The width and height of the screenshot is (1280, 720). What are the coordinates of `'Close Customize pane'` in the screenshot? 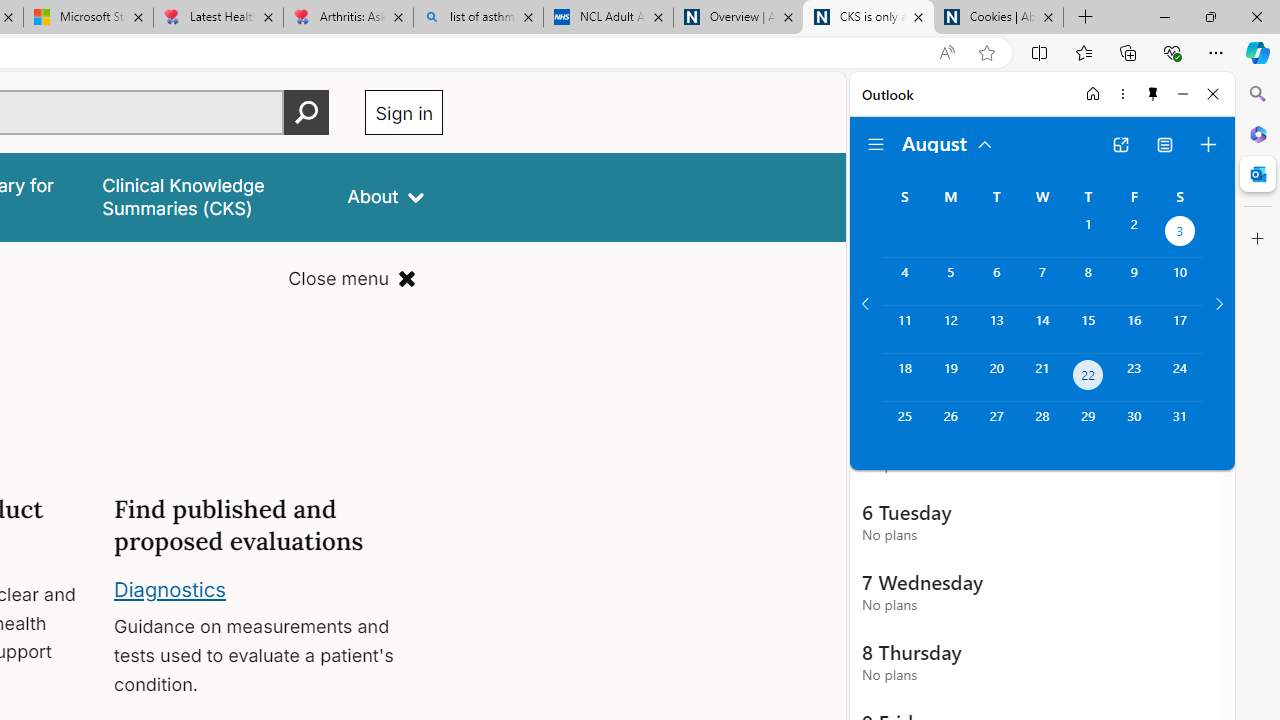 It's located at (1257, 238).